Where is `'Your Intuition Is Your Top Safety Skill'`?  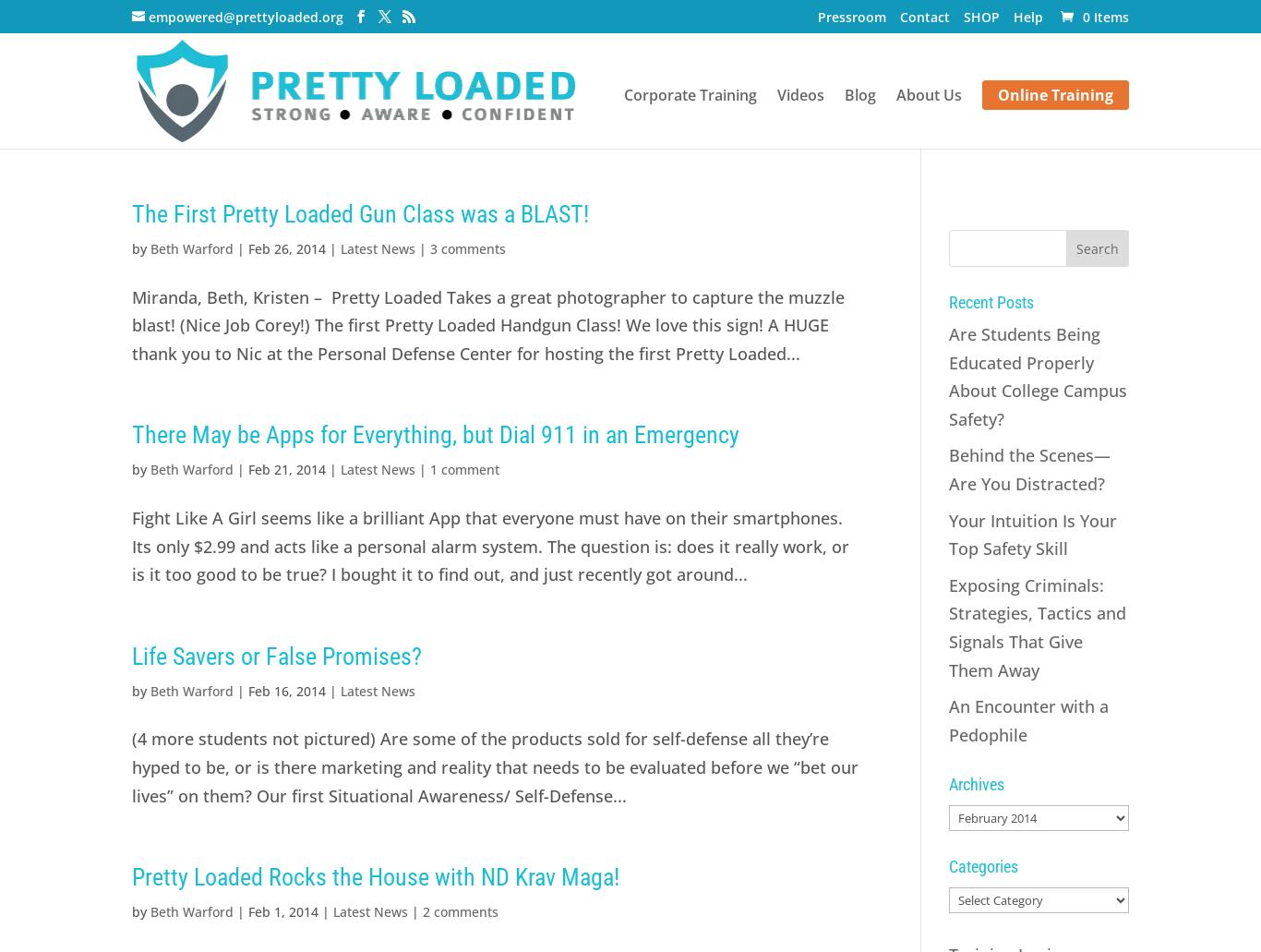
'Your Intuition Is Your Top Safety Skill' is located at coordinates (1030, 533).